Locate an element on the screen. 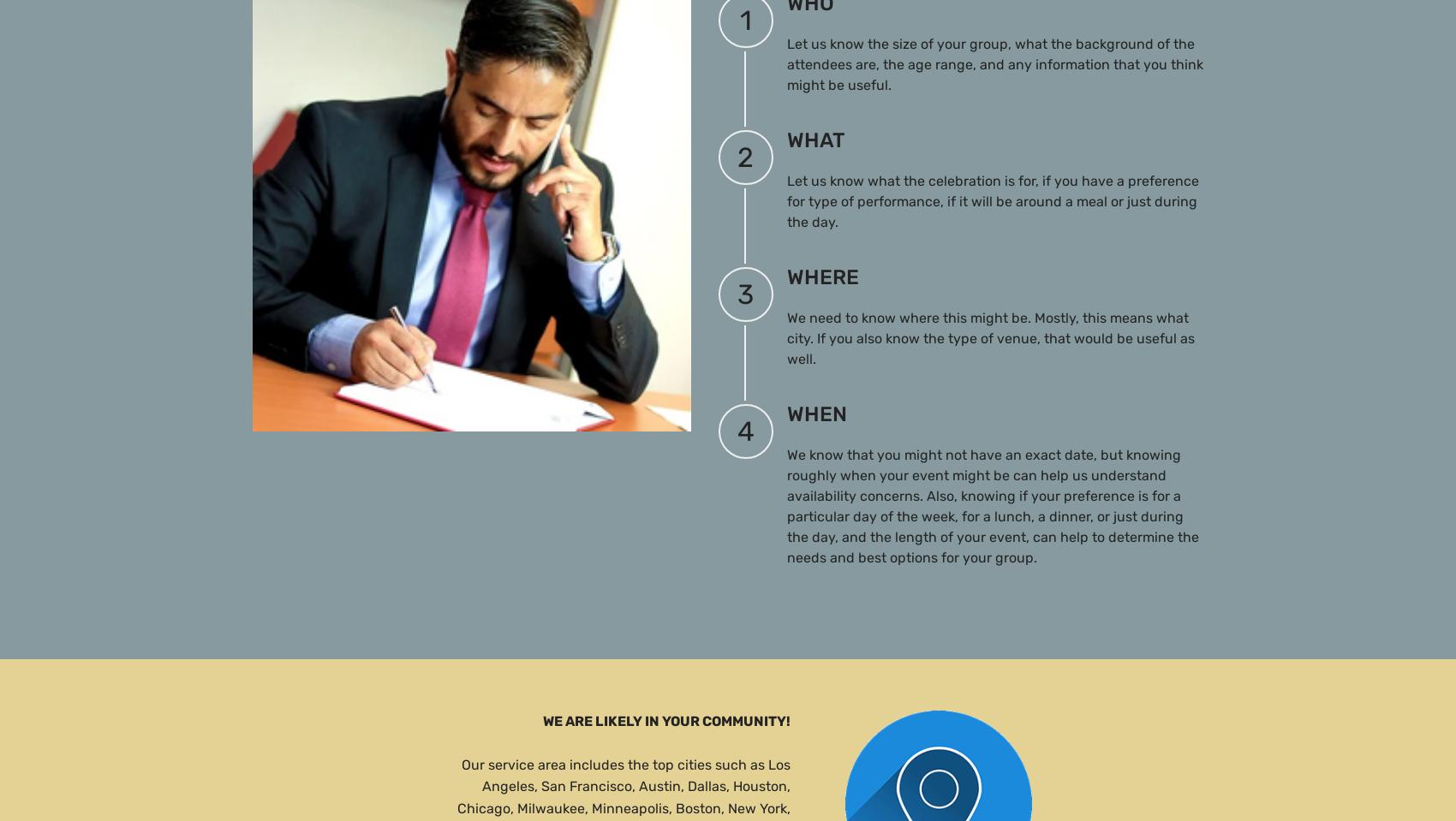 The height and width of the screenshot is (821, 1456). '1' is located at coordinates (745, 19).